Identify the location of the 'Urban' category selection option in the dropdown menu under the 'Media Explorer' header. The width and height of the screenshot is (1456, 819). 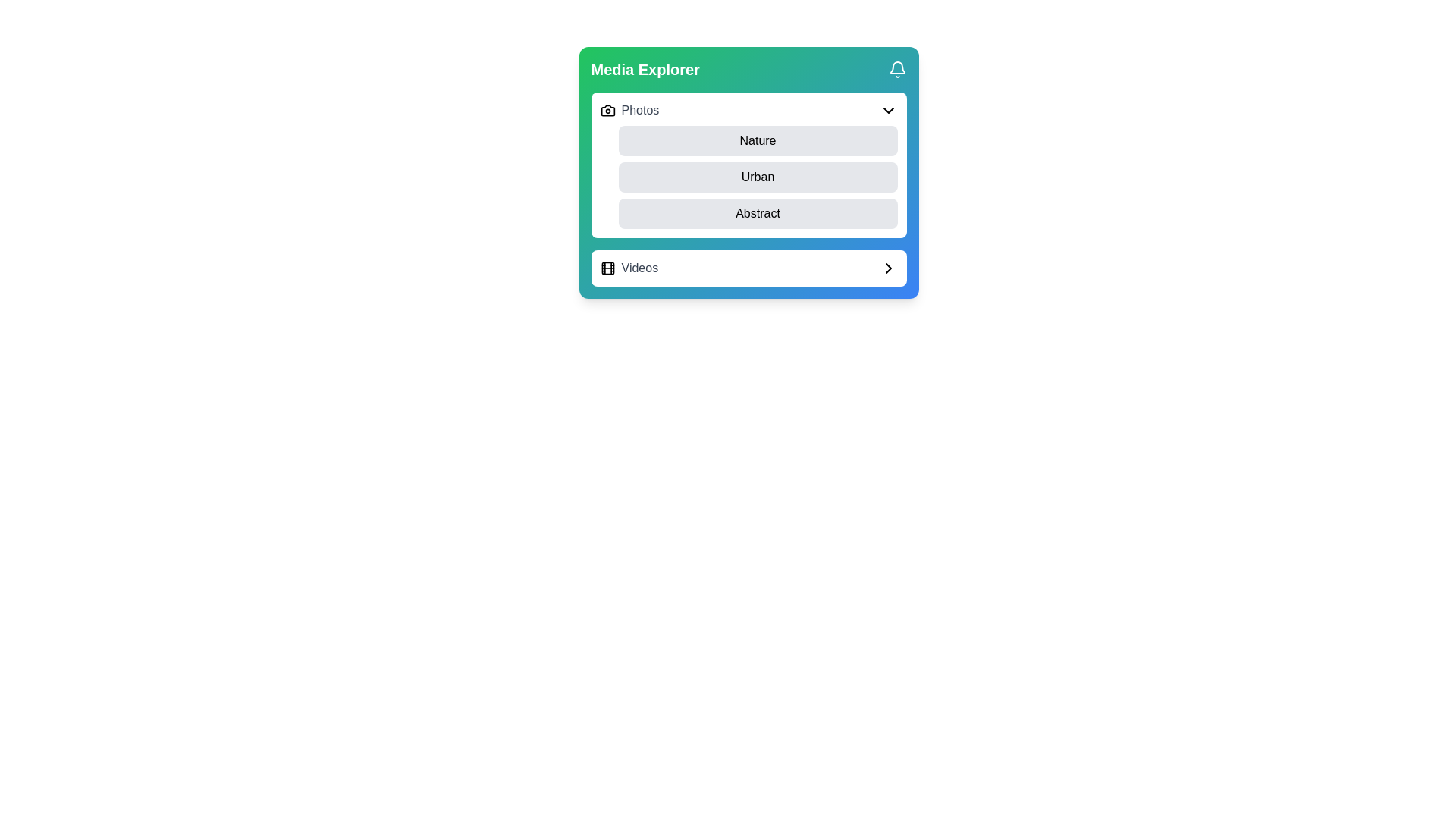
(758, 177).